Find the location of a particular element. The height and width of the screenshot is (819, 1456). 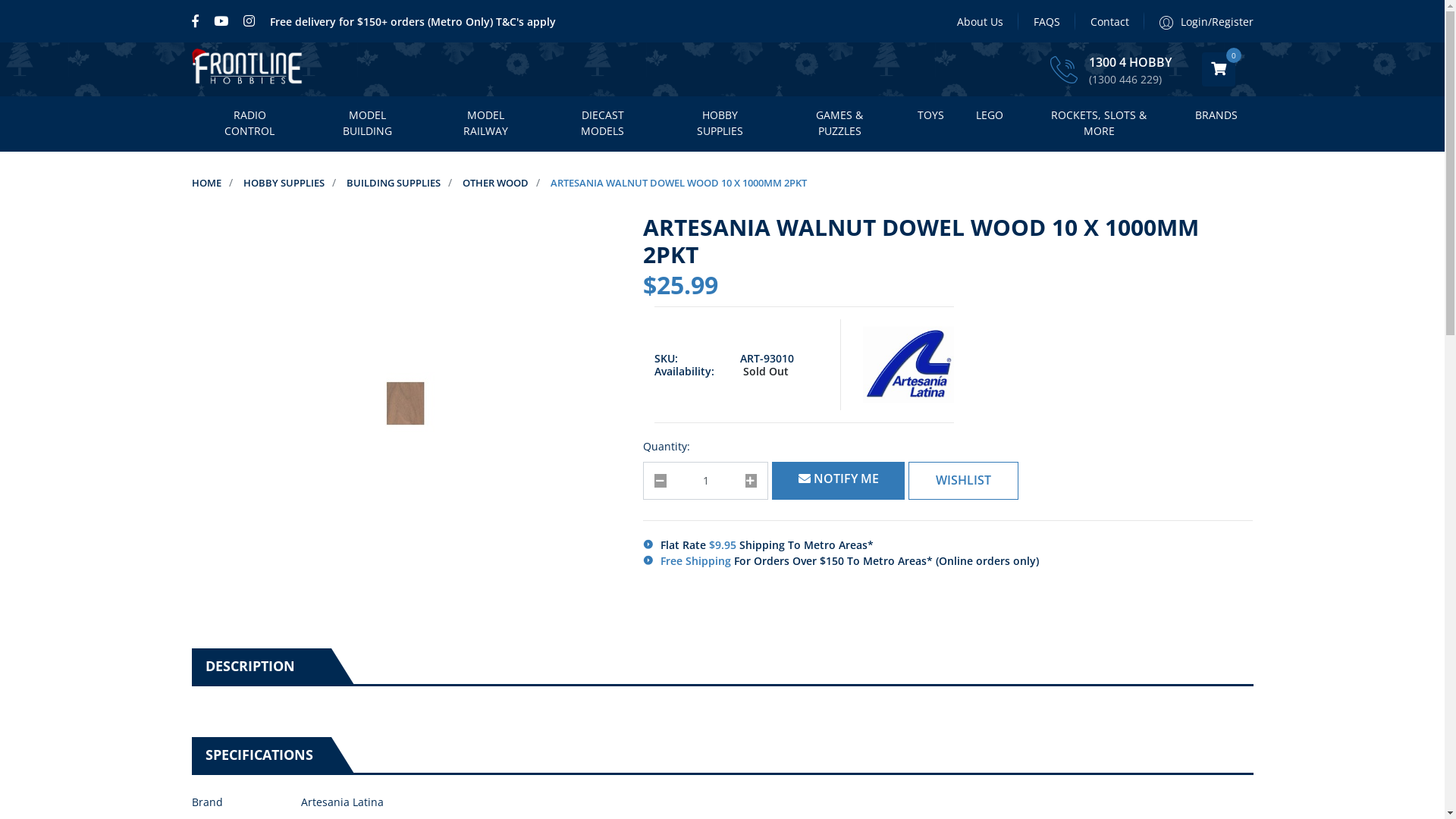

'Free delivery for $150+ orders (Metro Only) T&C's apply' is located at coordinates (413, 20).